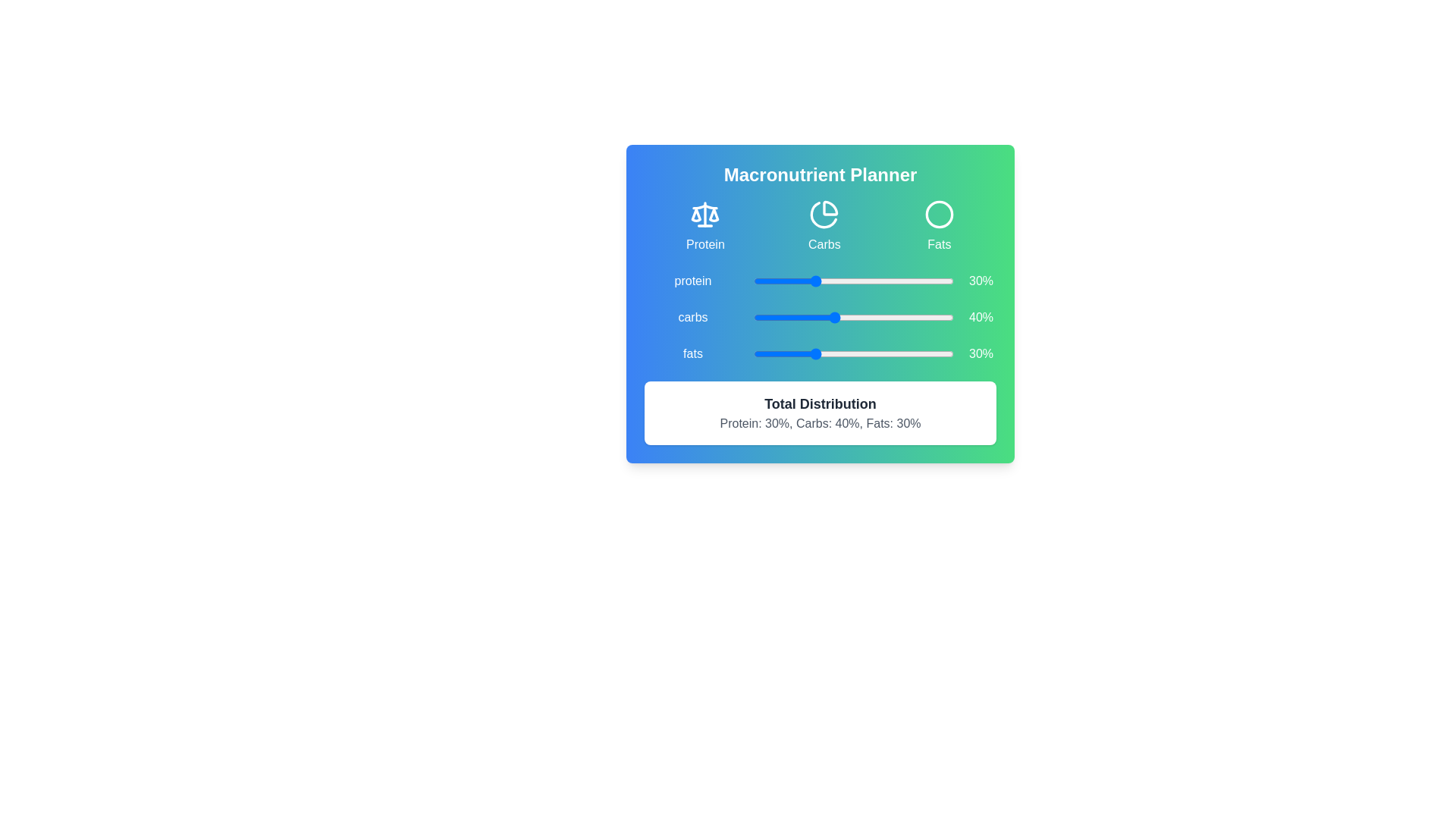 This screenshot has height=819, width=1456. Describe the element at coordinates (893, 281) in the screenshot. I see `the protein percentage` at that location.